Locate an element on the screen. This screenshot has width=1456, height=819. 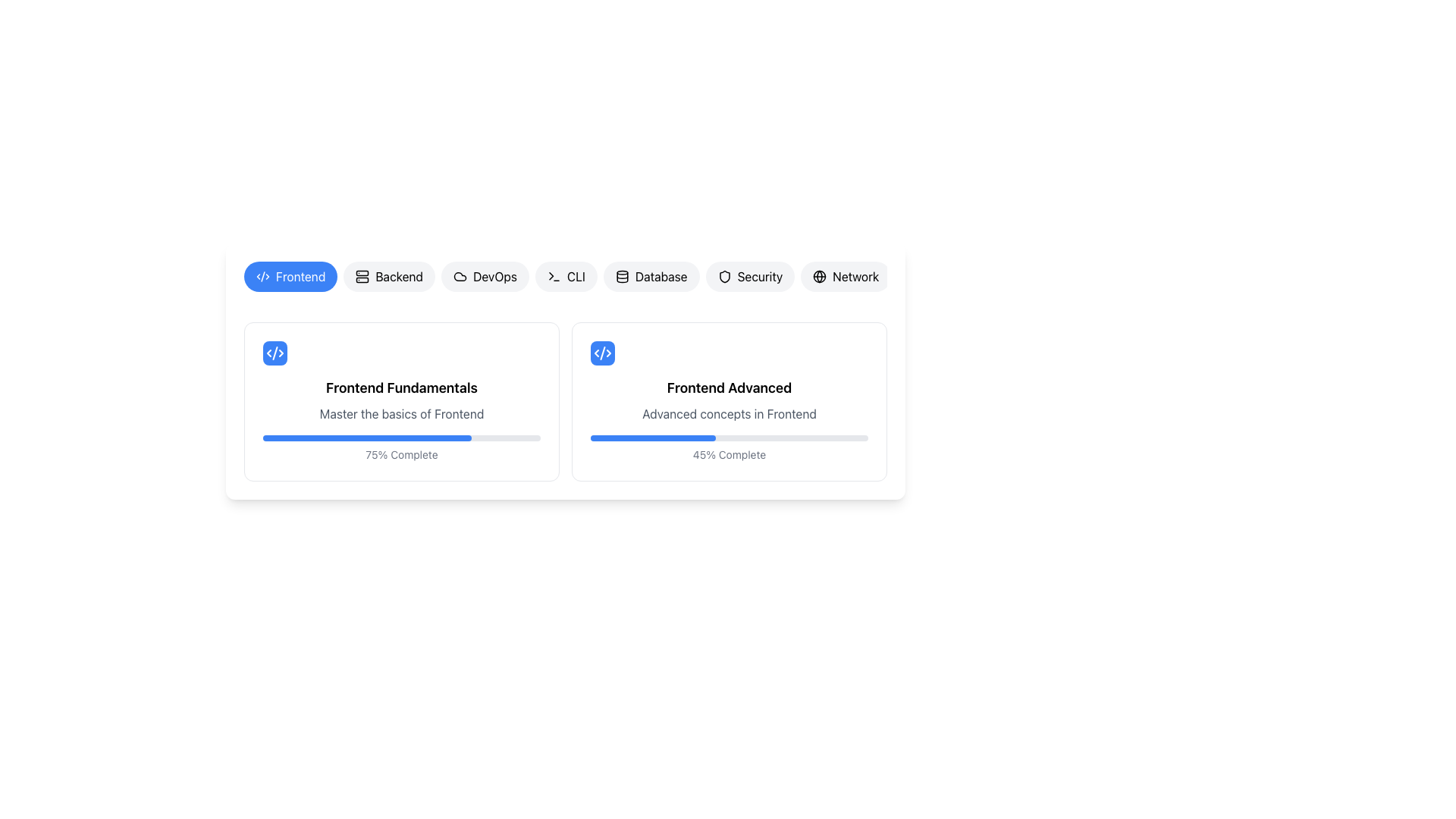
the progress bar that is horizontally centered within the 'Frontend Fundamentals' card, which visually represents a completion status with a light gray background and a filled blue segment is located at coordinates (401, 438).